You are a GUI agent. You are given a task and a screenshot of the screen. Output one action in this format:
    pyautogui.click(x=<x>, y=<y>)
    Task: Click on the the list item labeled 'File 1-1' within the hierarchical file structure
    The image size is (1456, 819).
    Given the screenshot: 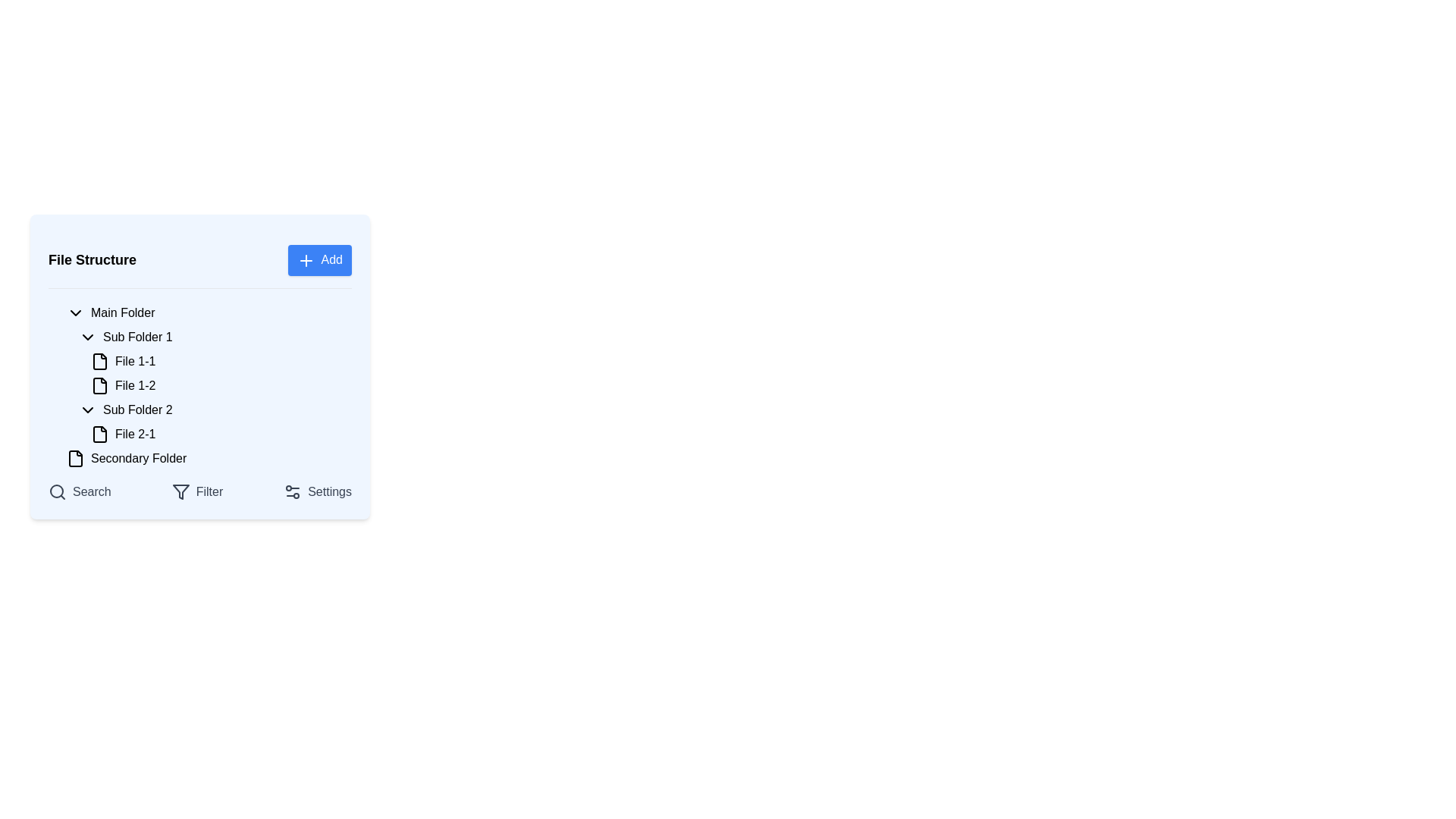 What is the action you would take?
    pyautogui.click(x=199, y=366)
    